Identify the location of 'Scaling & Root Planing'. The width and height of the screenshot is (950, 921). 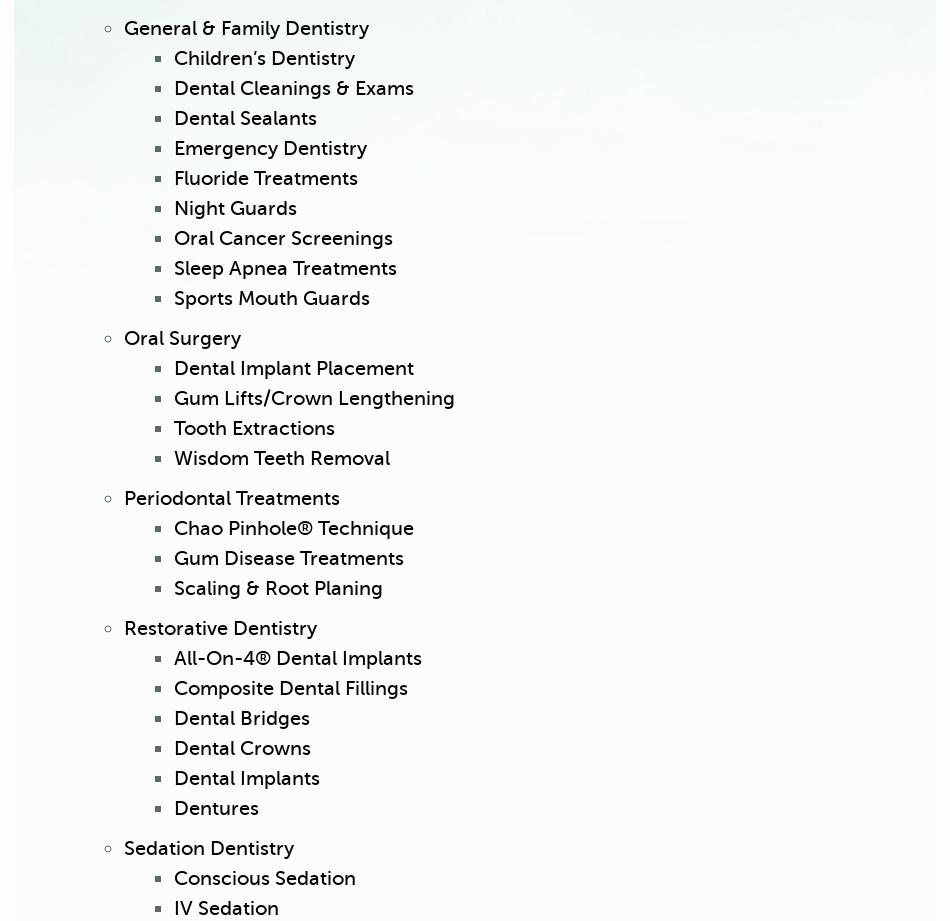
(277, 587).